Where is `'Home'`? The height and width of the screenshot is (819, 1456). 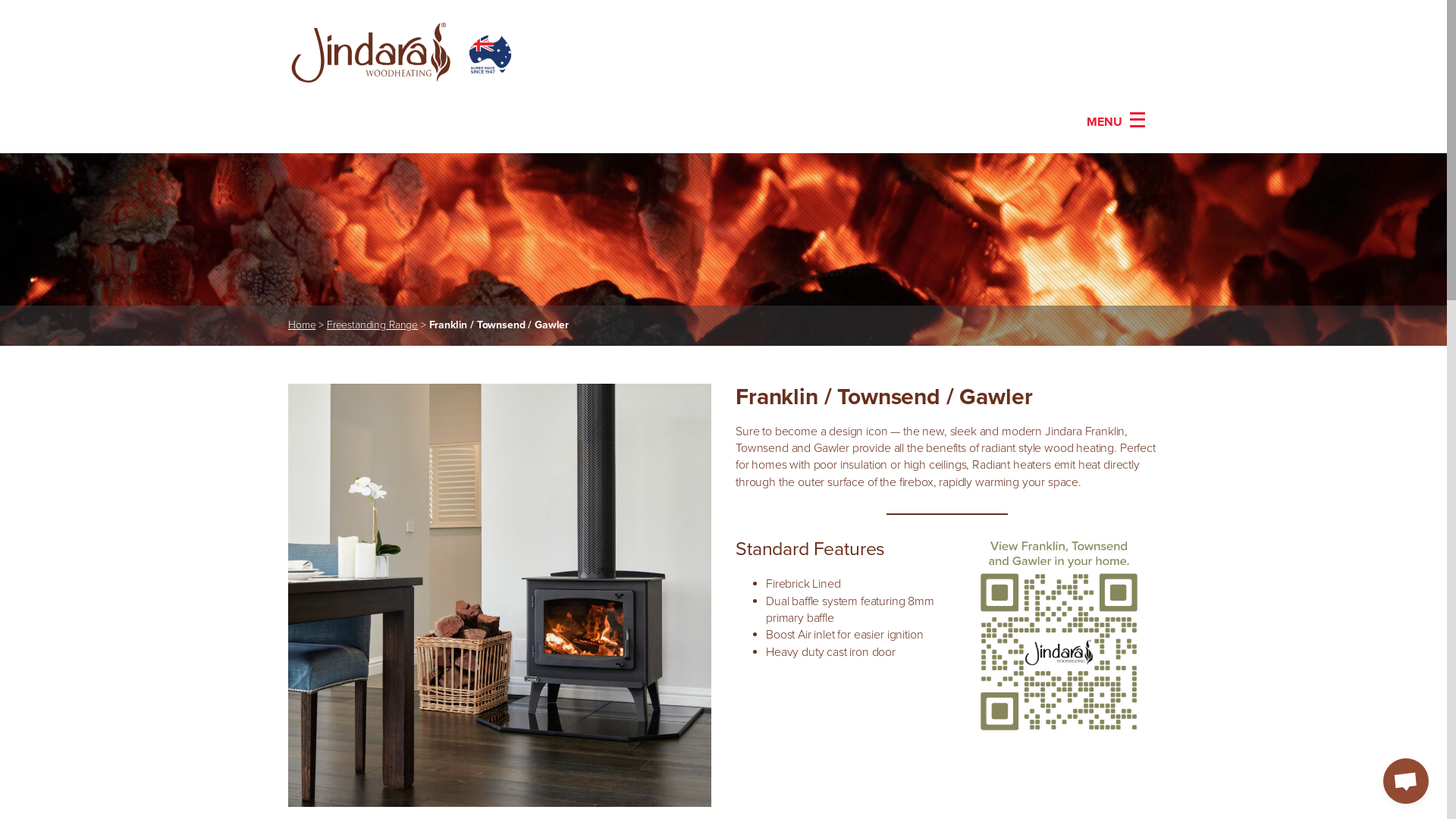
'Home' is located at coordinates (302, 324).